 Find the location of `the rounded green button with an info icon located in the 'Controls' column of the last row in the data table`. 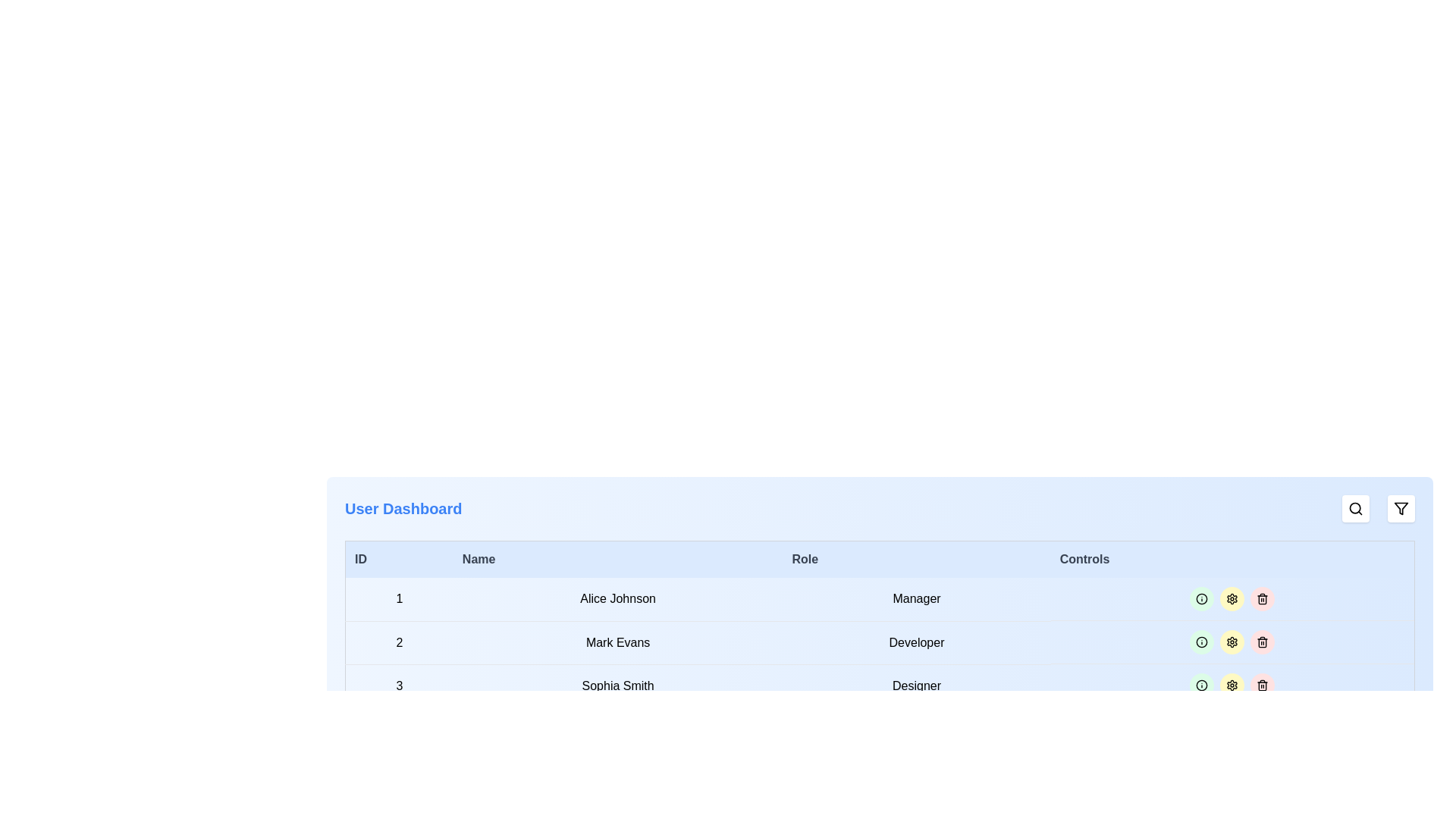

the rounded green button with an info icon located in the 'Controls' column of the last row in the data table is located at coordinates (1201, 685).